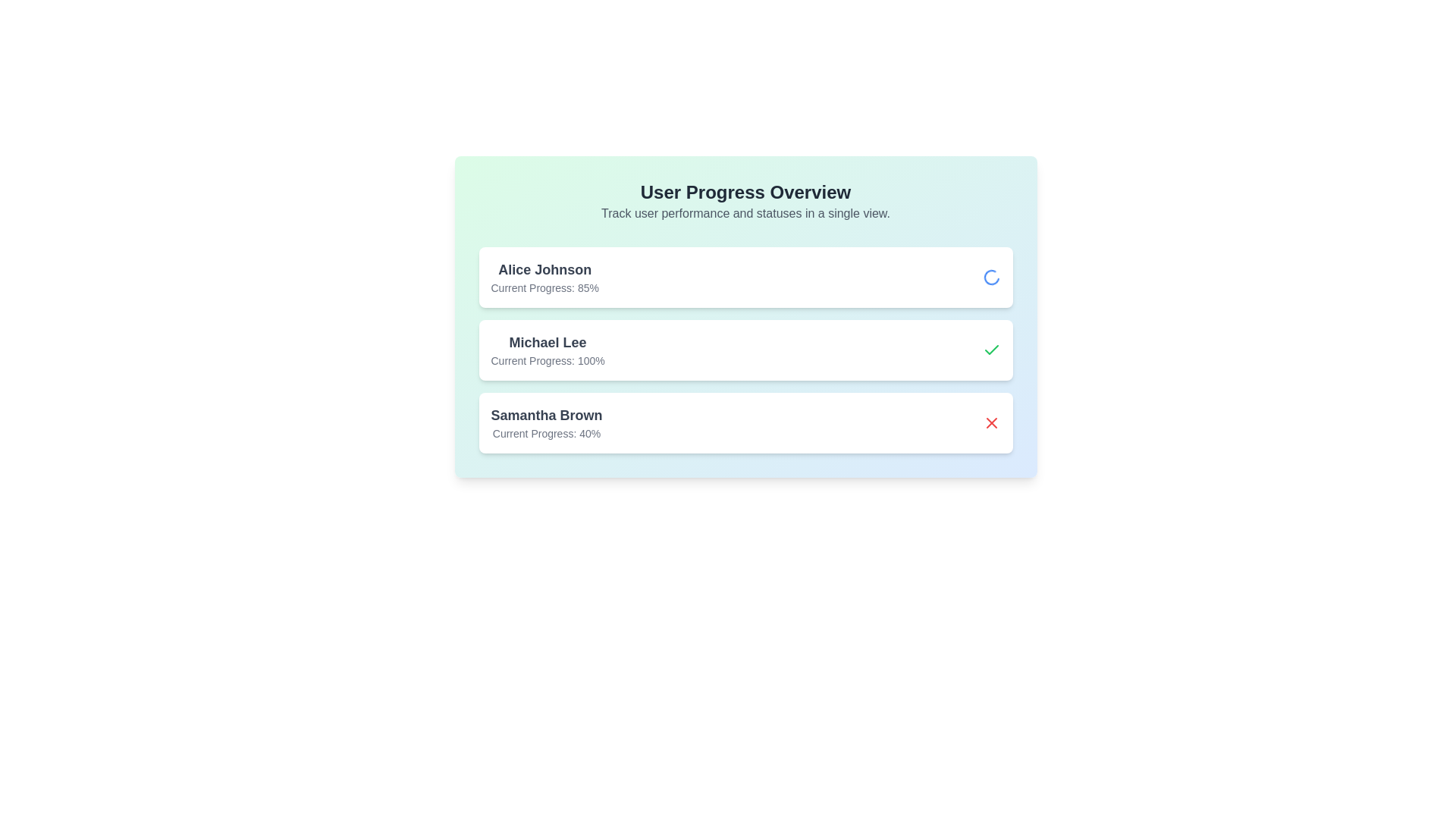 Image resolution: width=1456 pixels, height=819 pixels. Describe the element at coordinates (546, 415) in the screenshot. I see `the 'Samantha Brown' text label` at that location.